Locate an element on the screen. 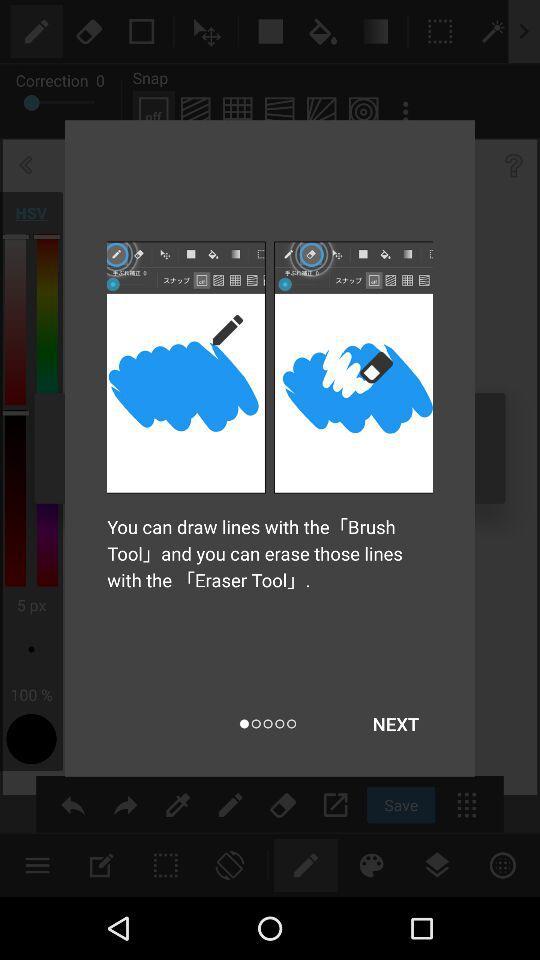 The height and width of the screenshot is (960, 540). the item below you can draw is located at coordinates (395, 723).